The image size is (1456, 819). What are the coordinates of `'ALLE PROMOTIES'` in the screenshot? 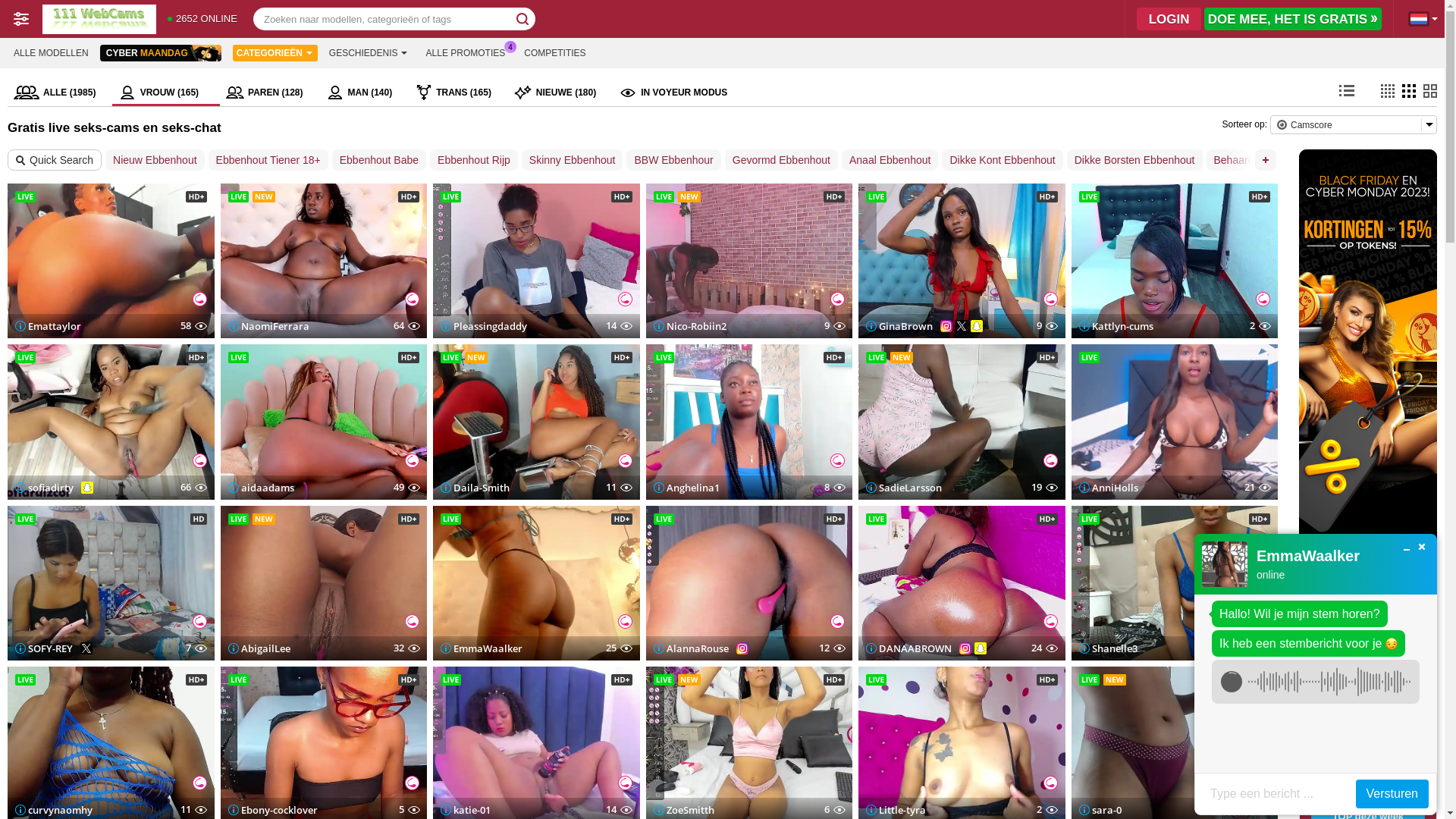 It's located at (465, 52).